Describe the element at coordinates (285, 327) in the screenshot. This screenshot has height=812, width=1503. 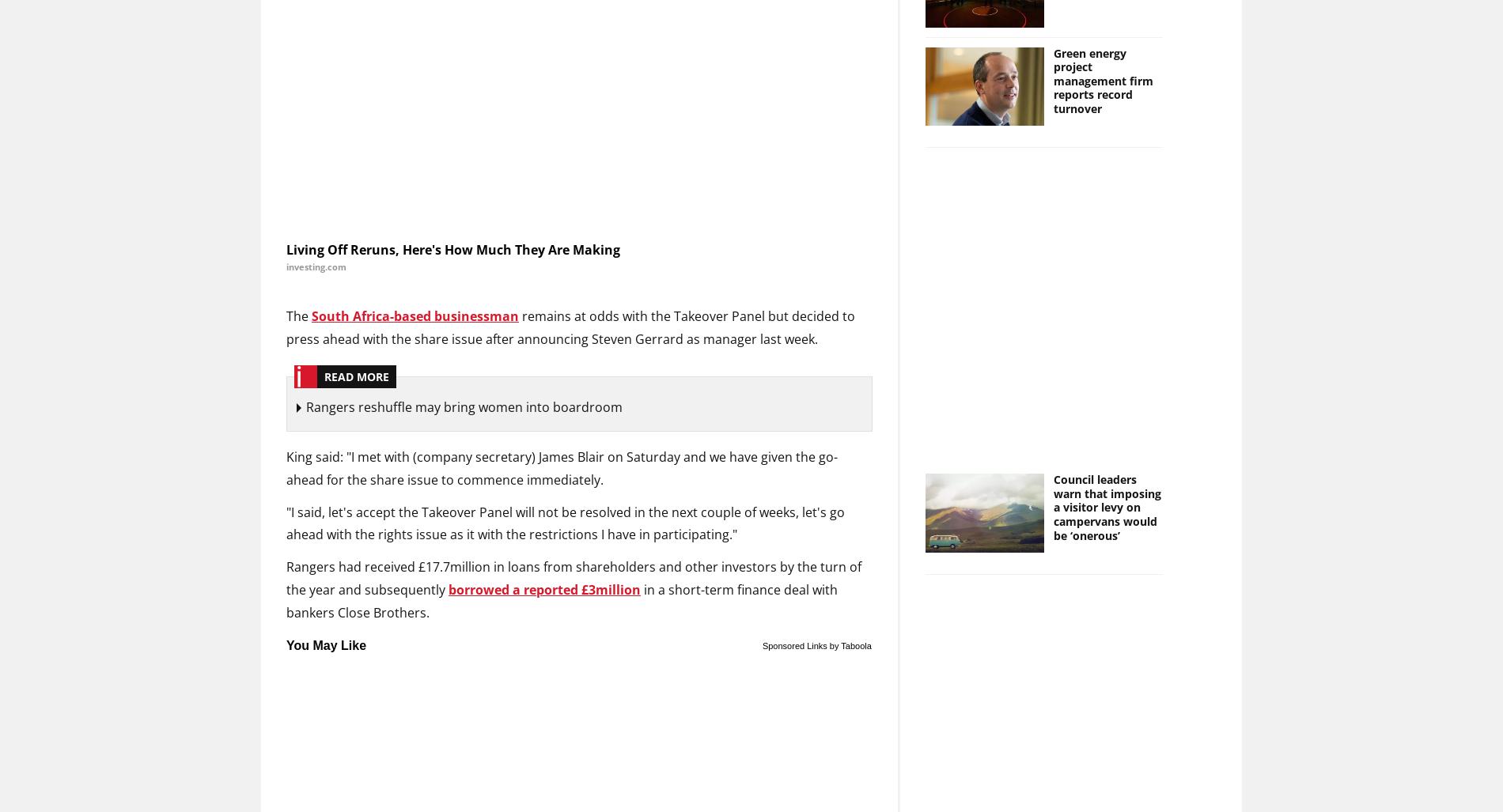
I see `'remains at odds with the Takeover Panel but decided to press ahead with the share issue after announcing Steven Gerrard as manager last week.'` at that location.